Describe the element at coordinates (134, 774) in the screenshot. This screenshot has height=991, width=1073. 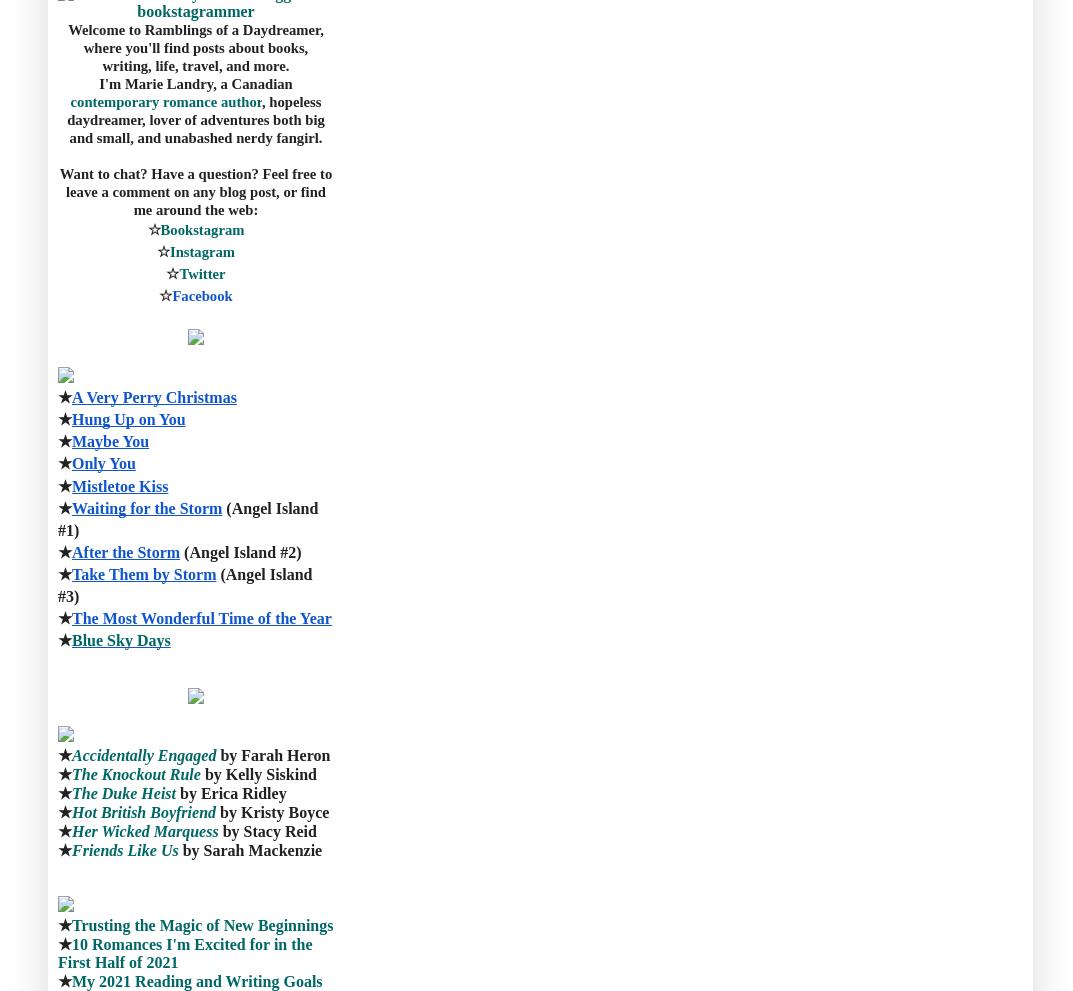
I see `'The Knockout Rule'` at that location.